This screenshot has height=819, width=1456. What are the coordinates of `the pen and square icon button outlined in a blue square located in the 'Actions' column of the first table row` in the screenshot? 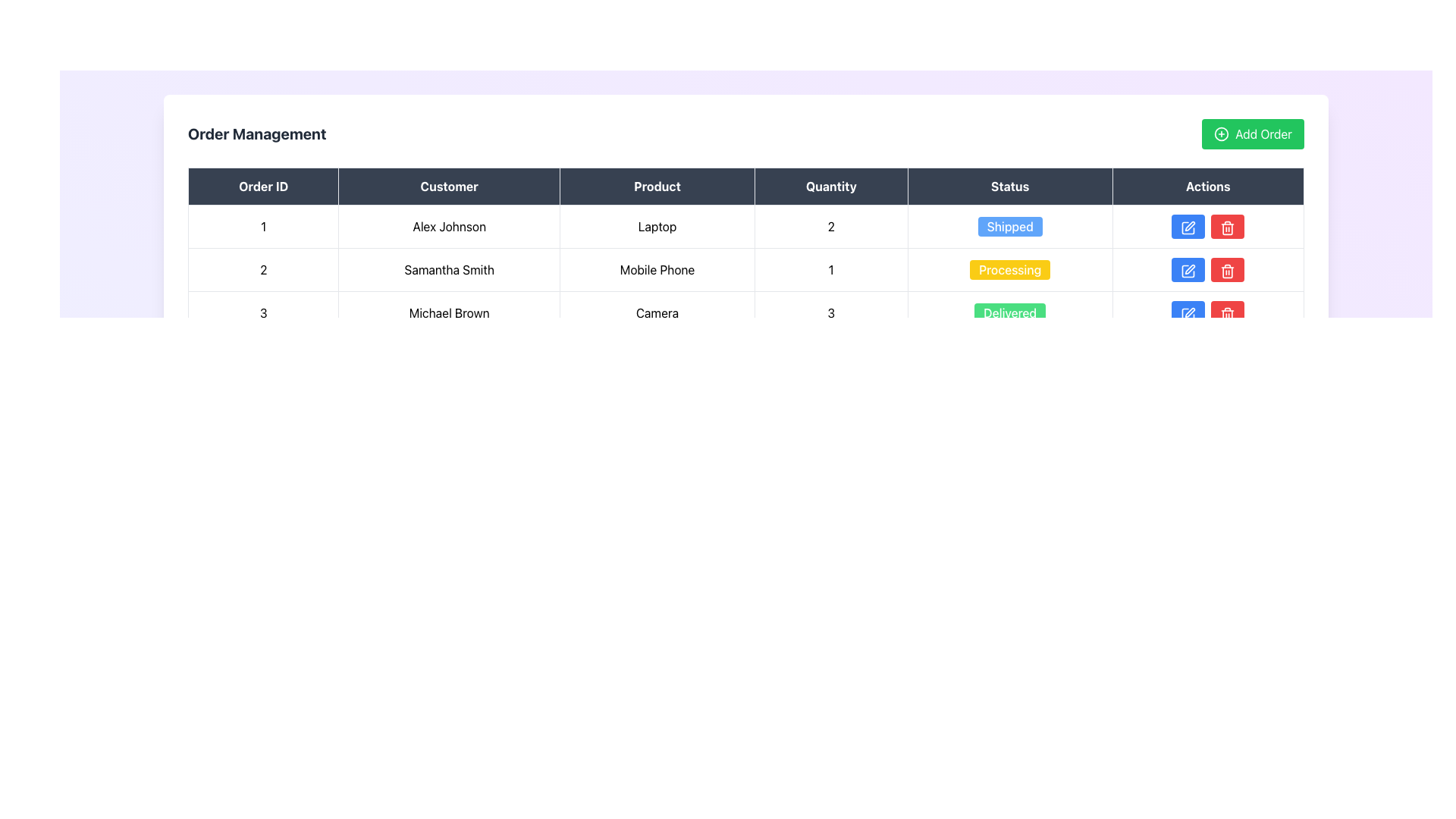 It's located at (1188, 227).